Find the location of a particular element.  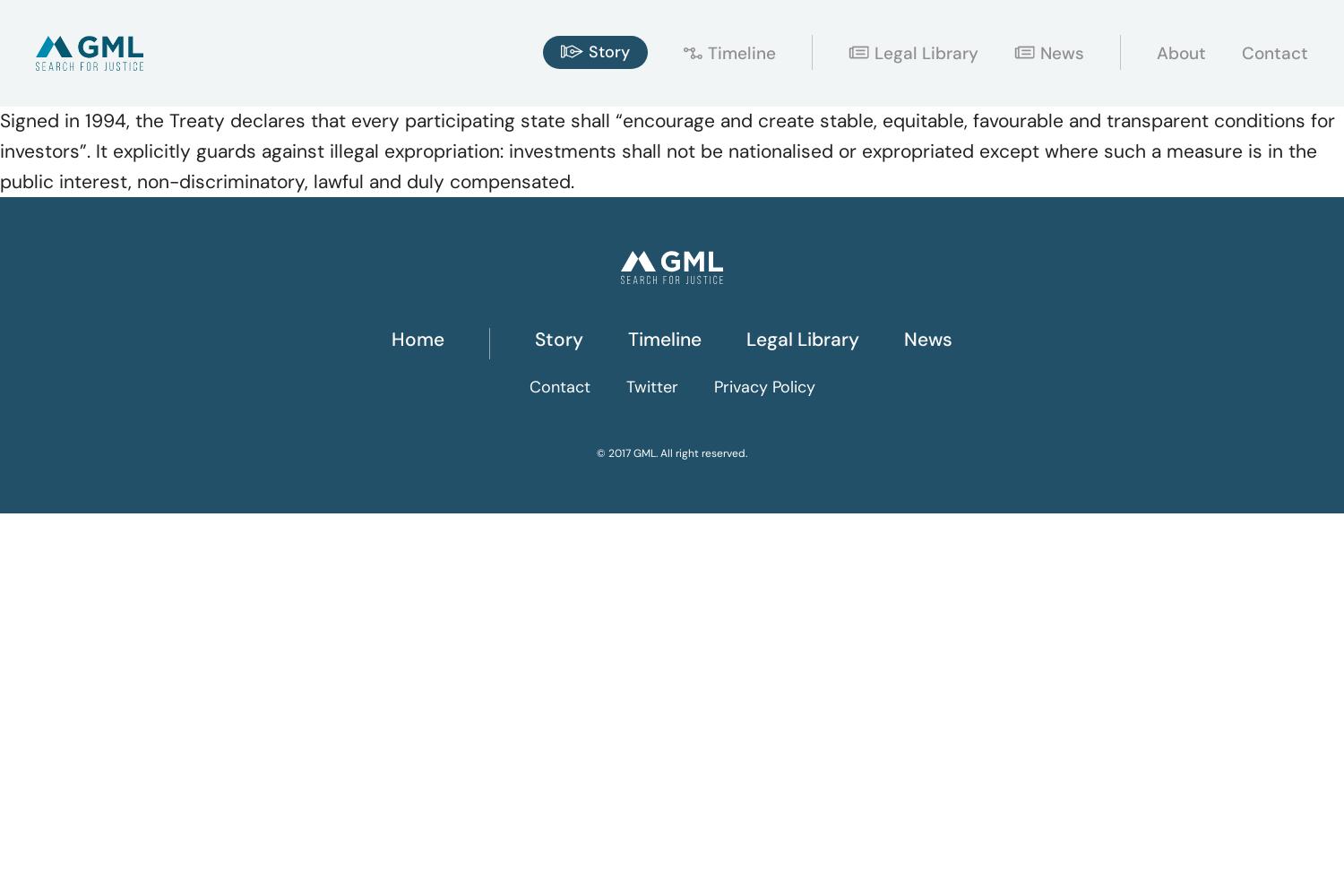

'About' is located at coordinates (1180, 53).